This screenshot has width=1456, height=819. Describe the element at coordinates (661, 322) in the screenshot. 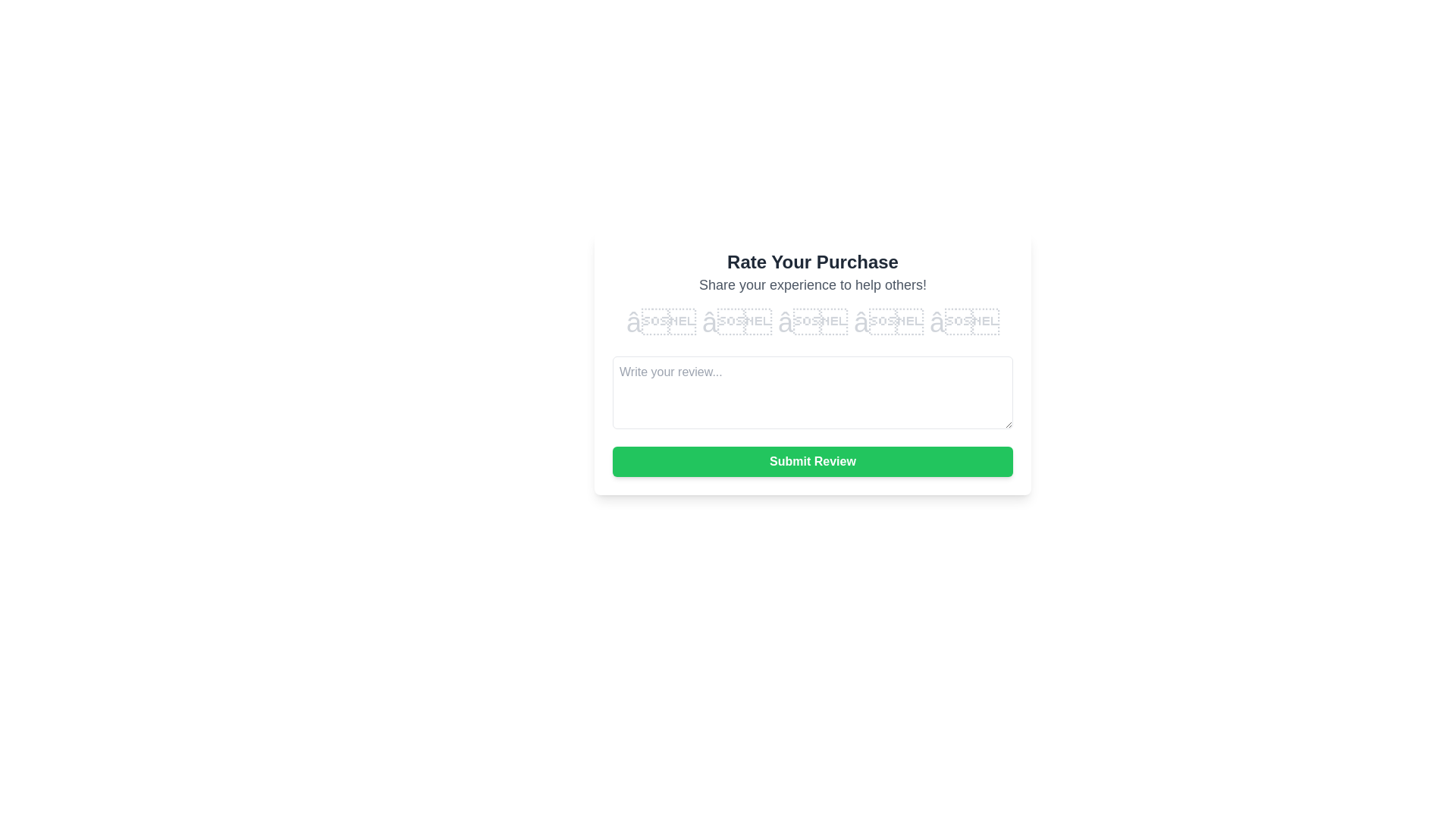

I see `the star corresponding to 1 to preview the rating` at that location.